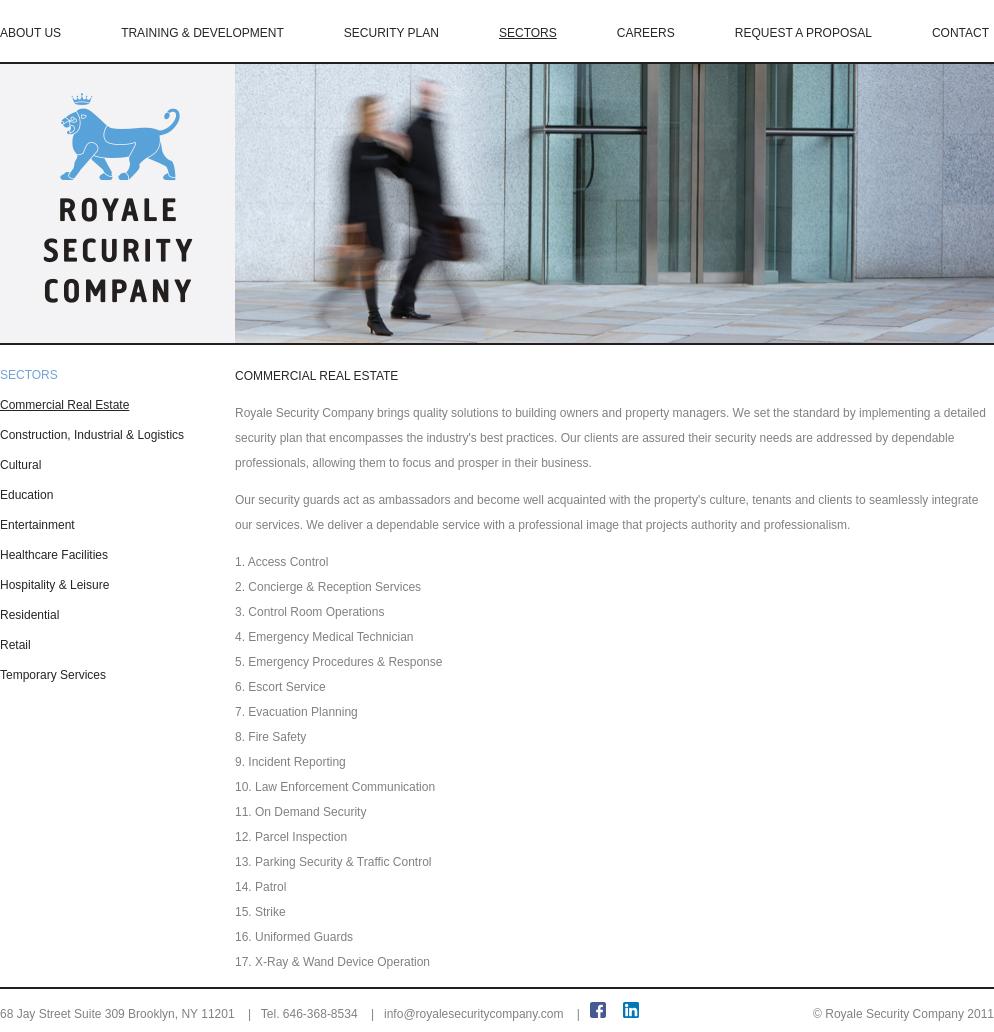 This screenshot has width=994, height=1032. What do you see at coordinates (802, 33) in the screenshot?
I see `'REQUEST A PROPOSAL'` at bounding box center [802, 33].